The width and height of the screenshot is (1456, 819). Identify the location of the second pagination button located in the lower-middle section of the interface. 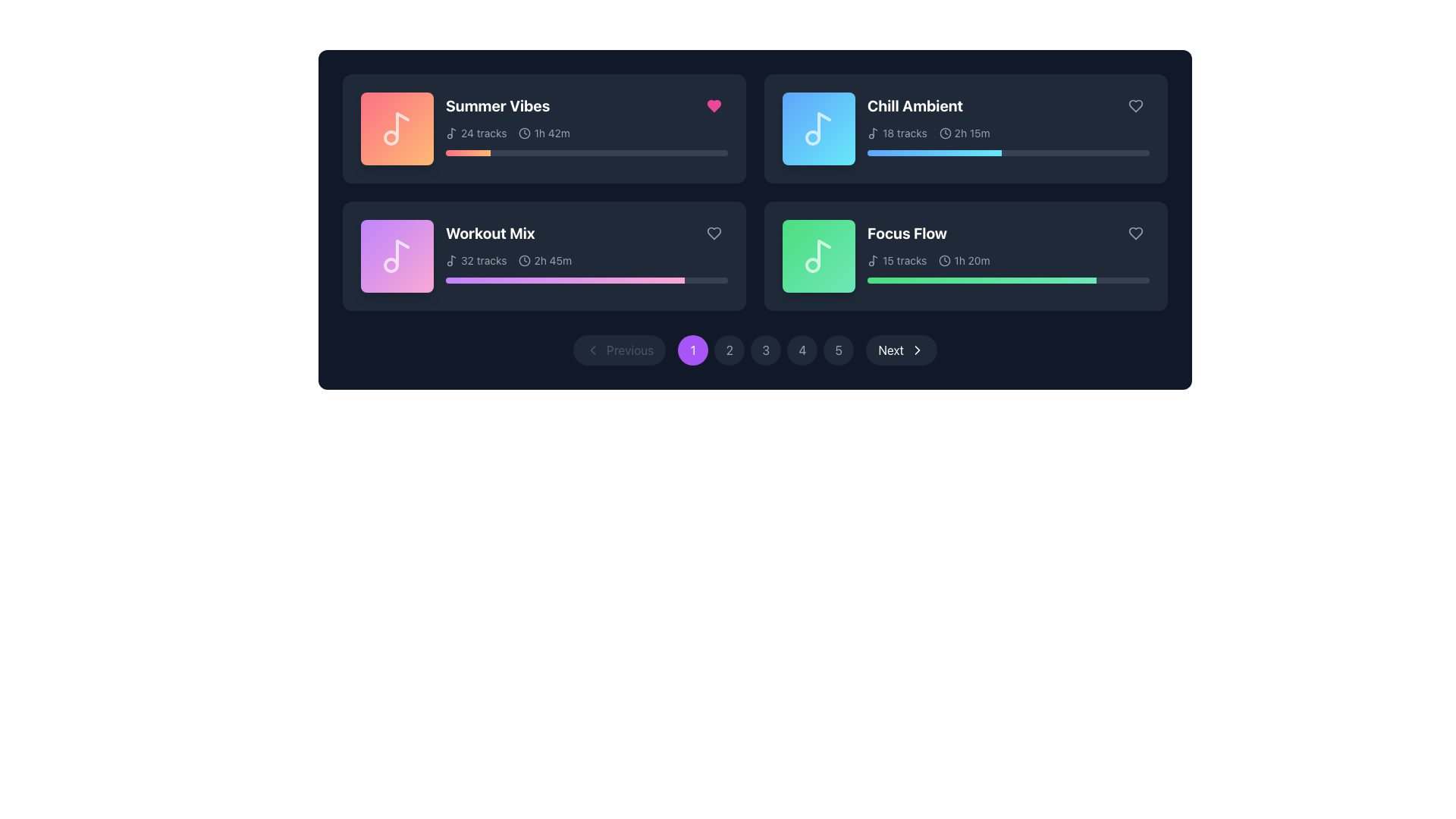
(730, 350).